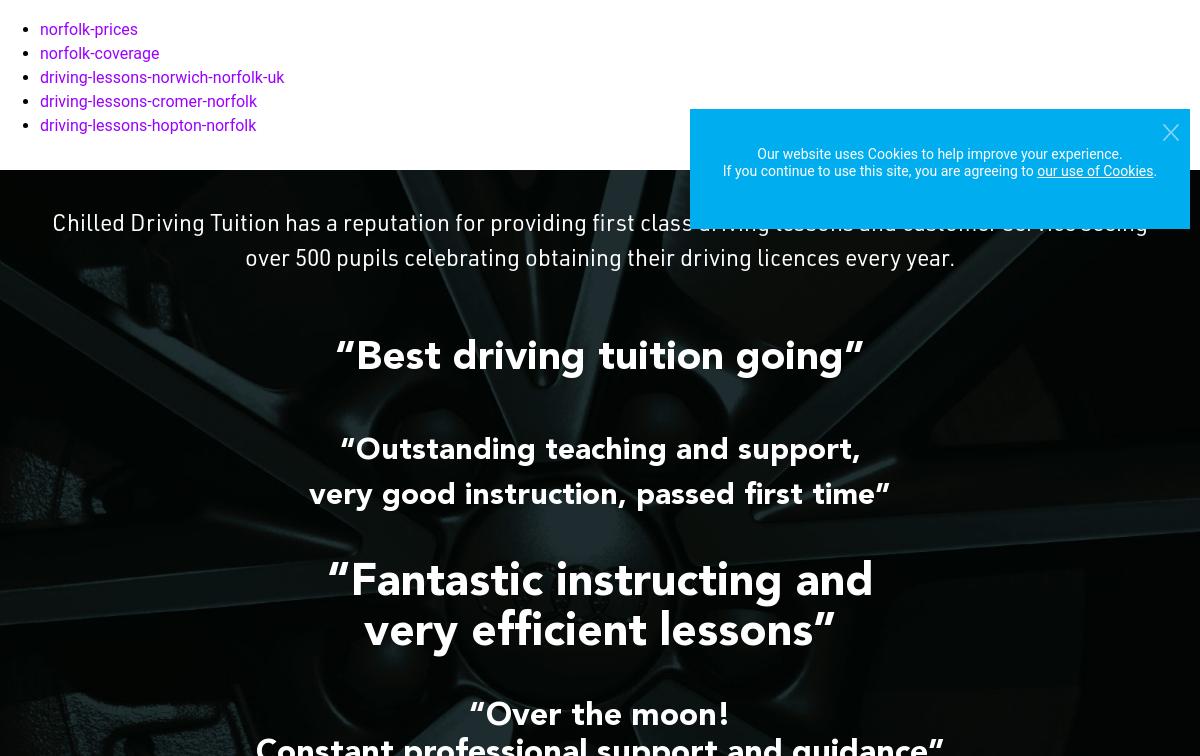 The width and height of the screenshot is (1200, 756). Describe the element at coordinates (363, 633) in the screenshot. I see `'very efficient lessons”'` at that location.